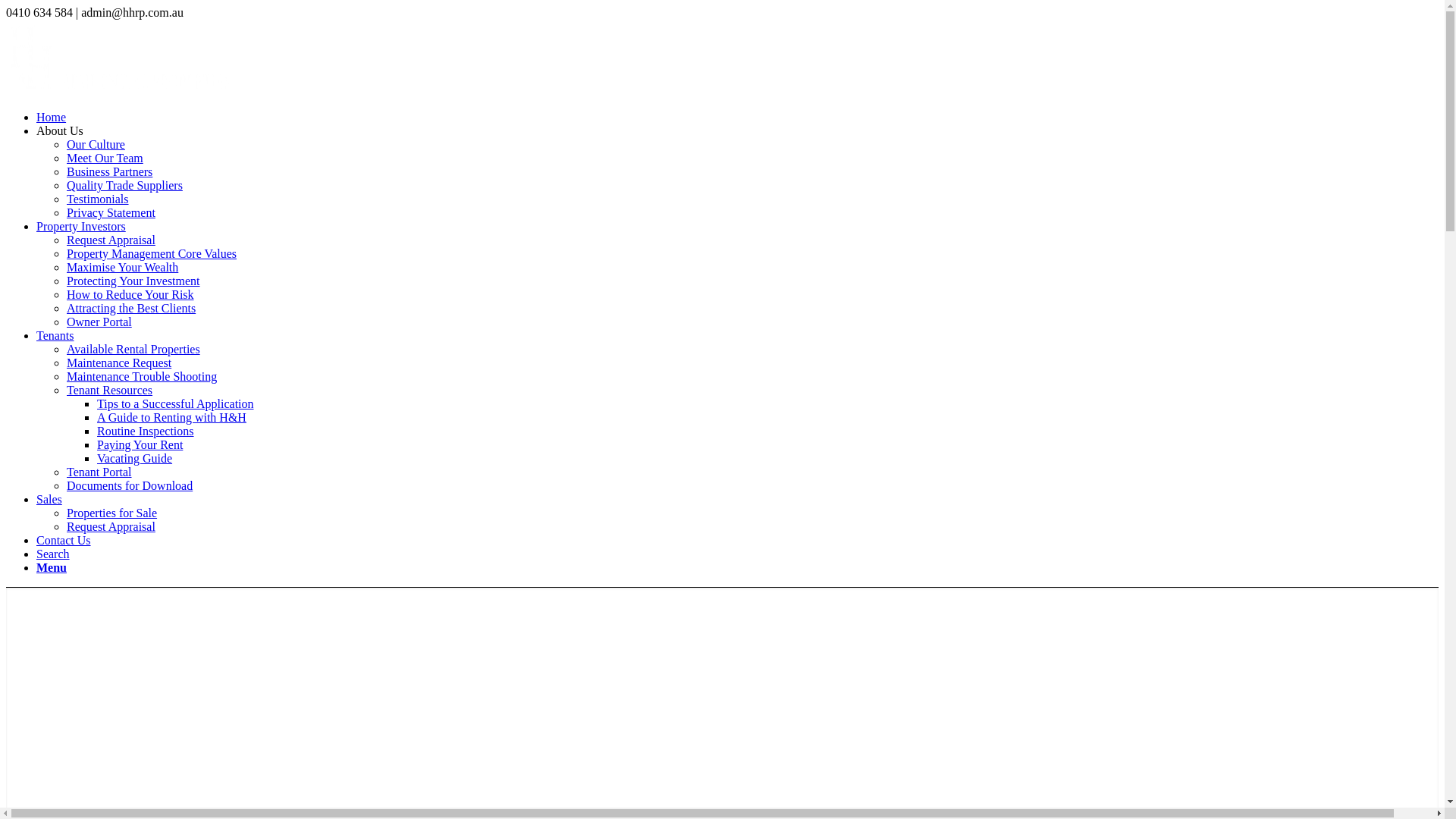  I want to click on 'Maximise Your Wealth', so click(122, 266).